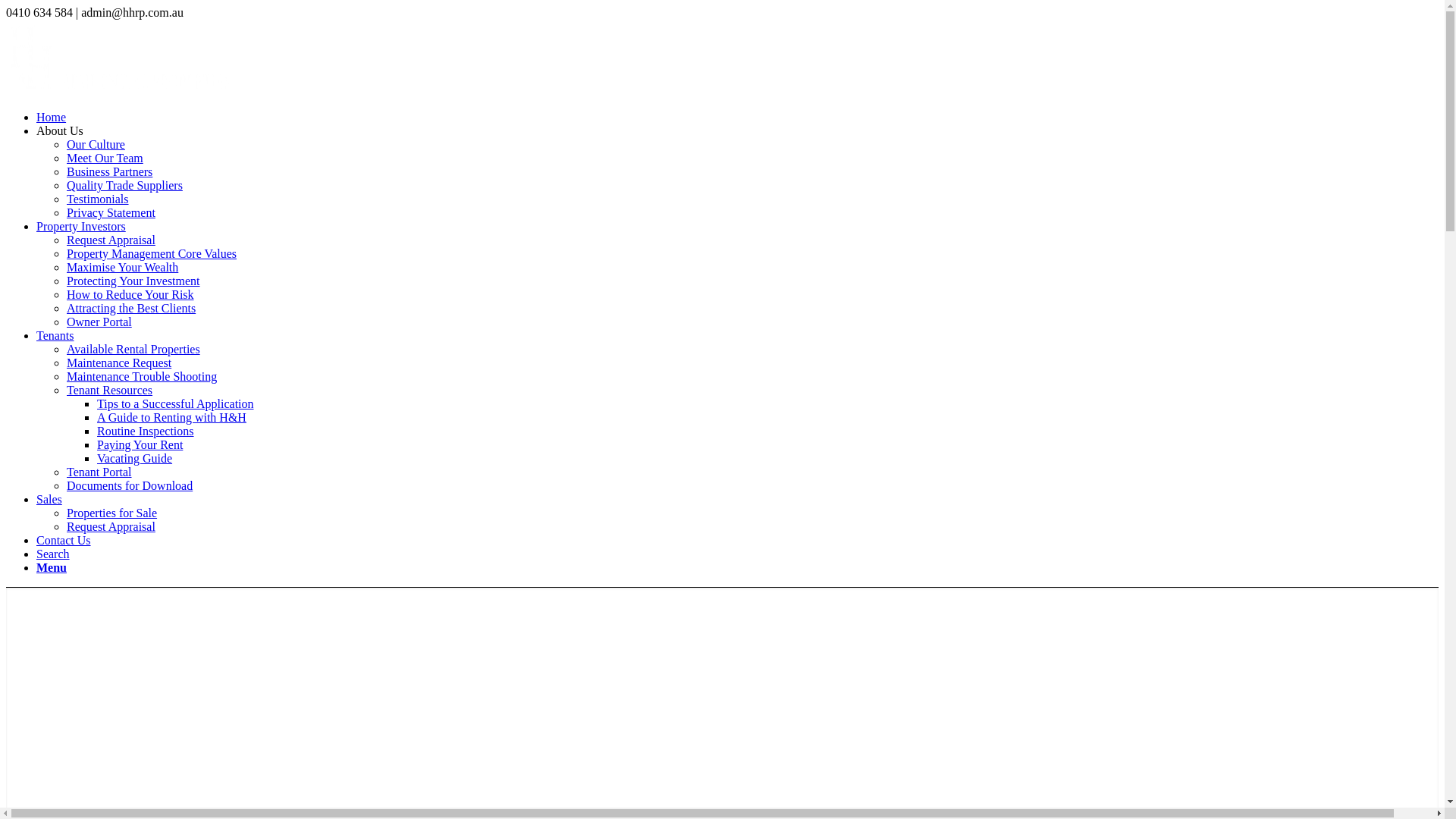  I want to click on 'Maximise Your Wealth', so click(122, 266).